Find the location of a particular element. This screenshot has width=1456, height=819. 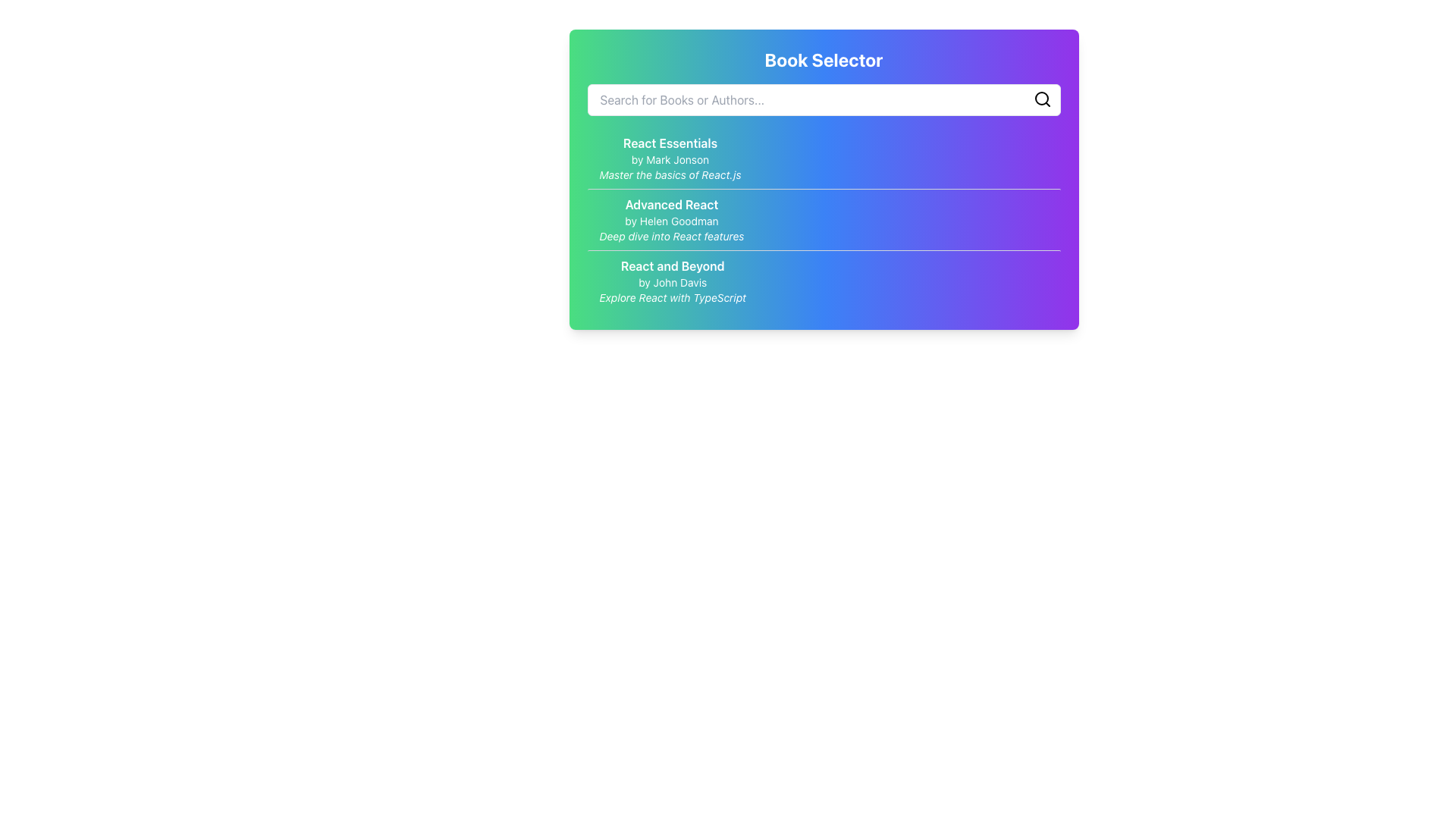

the book entries inside the 'Book Selector' card, which has a gradient background from green to purple and is centrally positioned in the interface is located at coordinates (823, 178).